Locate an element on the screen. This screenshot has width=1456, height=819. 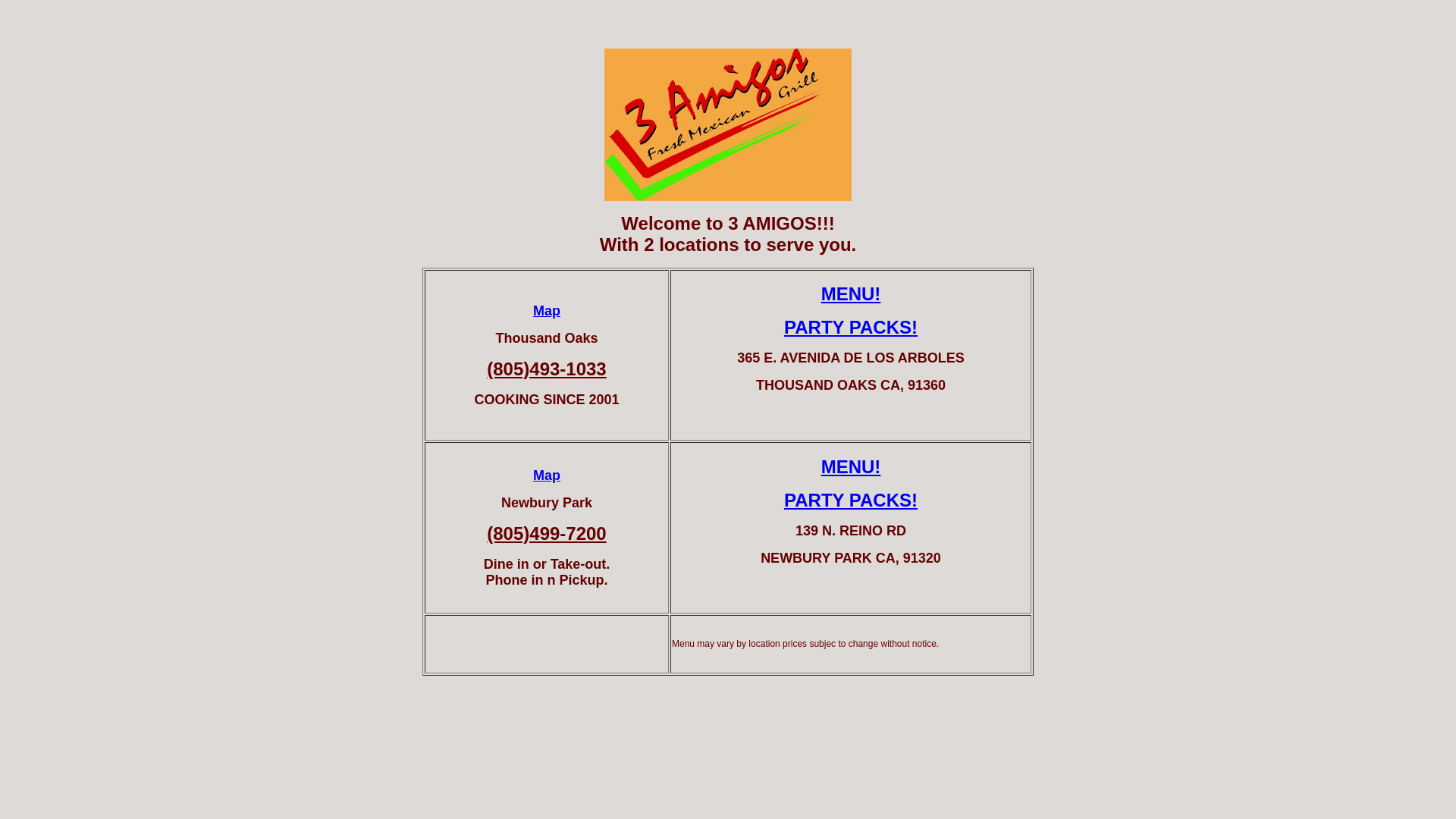
'MENU!' is located at coordinates (821, 293).